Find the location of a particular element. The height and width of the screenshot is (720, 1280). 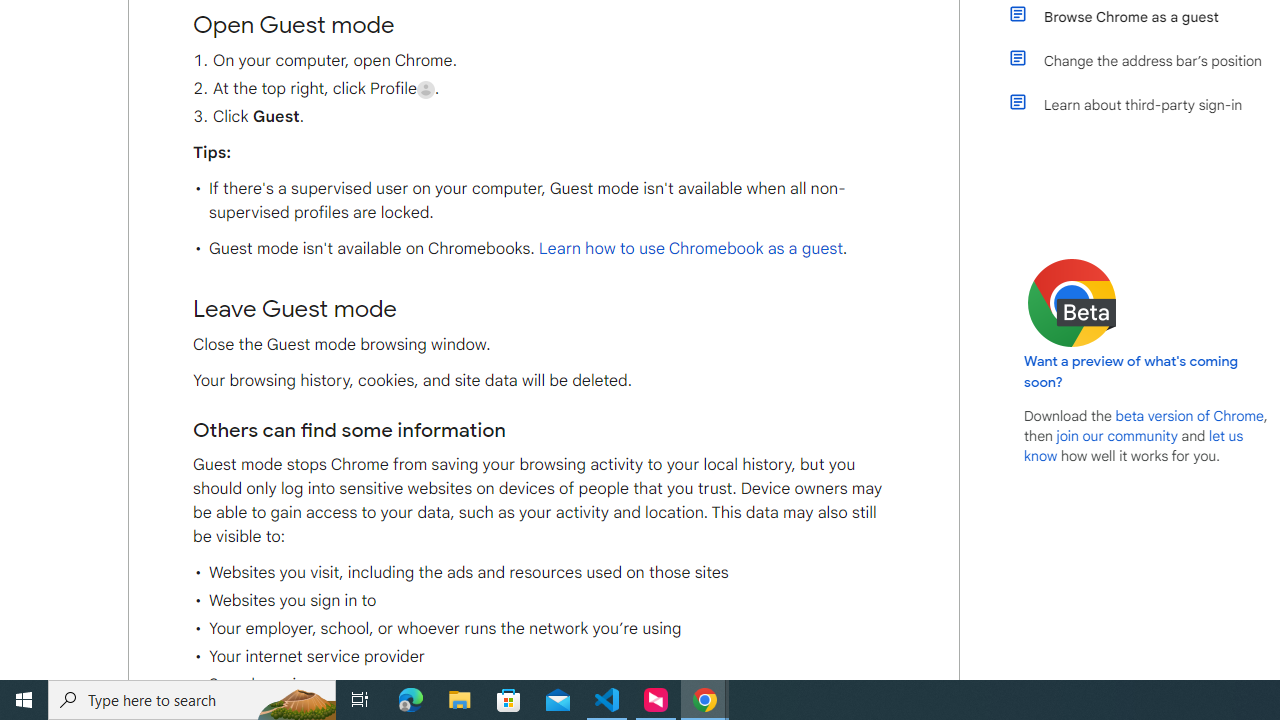

'Want a preview of what' is located at coordinates (1131, 371).